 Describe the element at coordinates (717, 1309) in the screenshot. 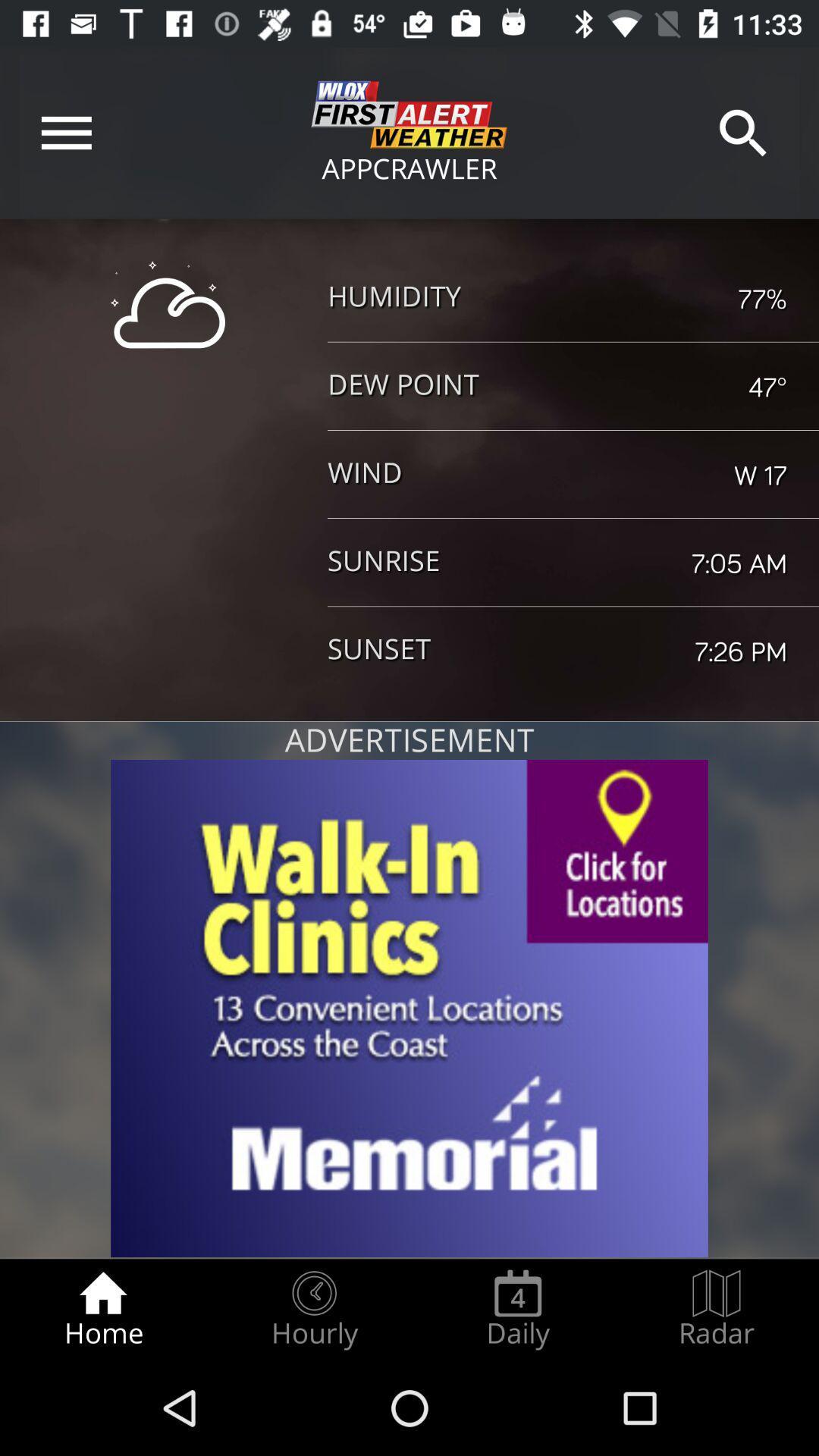

I see `the radar radio button` at that location.